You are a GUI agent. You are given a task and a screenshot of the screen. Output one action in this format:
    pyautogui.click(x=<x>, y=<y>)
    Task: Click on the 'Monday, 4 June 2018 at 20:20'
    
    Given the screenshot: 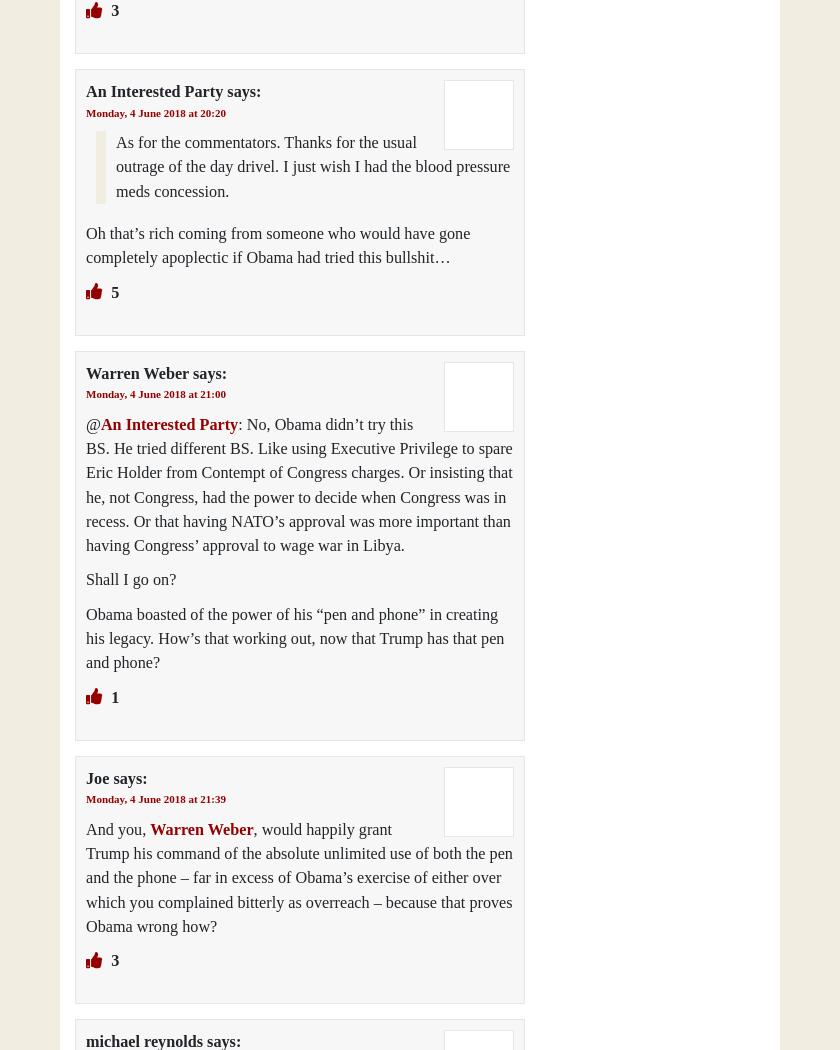 What is the action you would take?
    pyautogui.click(x=86, y=112)
    